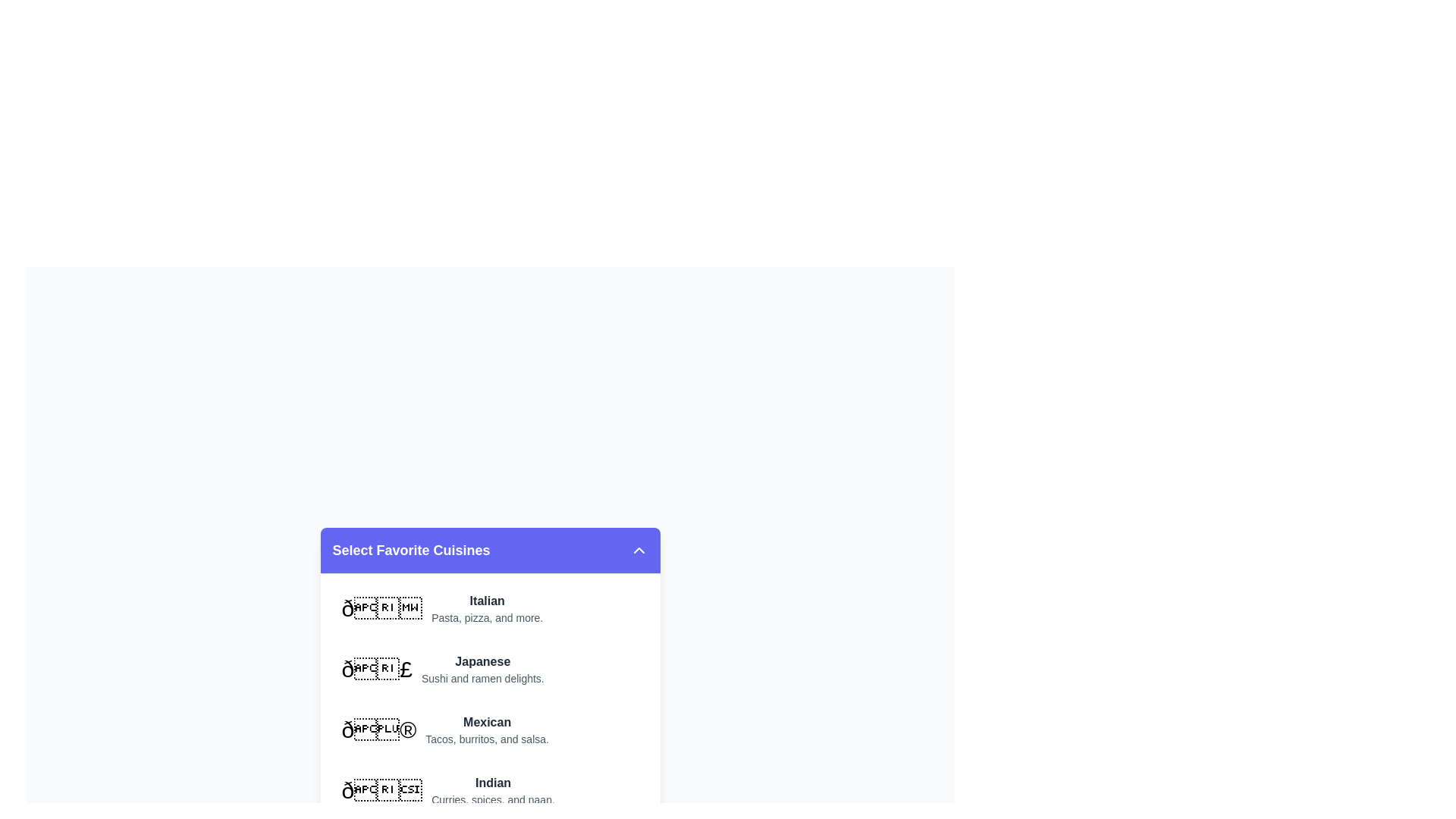 The width and height of the screenshot is (1456, 819). What do you see at coordinates (377, 668) in the screenshot?
I see `the decorative icon representing the Japanese cuisine entry, located to the left of the text 'Japanese Sushi and ramen delights'` at bounding box center [377, 668].